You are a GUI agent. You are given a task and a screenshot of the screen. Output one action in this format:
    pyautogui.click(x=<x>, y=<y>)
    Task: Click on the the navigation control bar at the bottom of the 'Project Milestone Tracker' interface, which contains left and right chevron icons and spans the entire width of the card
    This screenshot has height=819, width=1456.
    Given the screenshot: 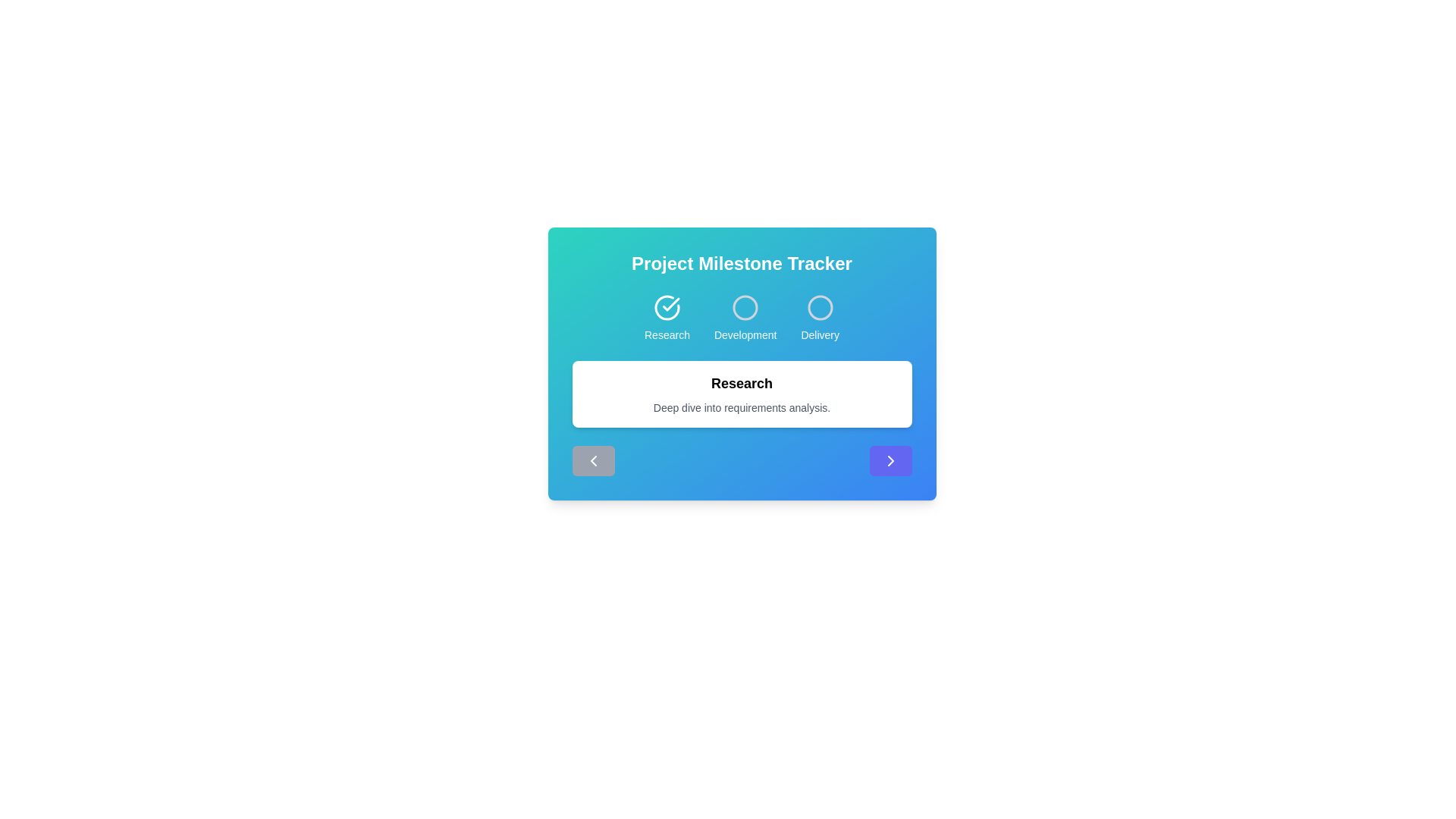 What is the action you would take?
    pyautogui.click(x=742, y=460)
    